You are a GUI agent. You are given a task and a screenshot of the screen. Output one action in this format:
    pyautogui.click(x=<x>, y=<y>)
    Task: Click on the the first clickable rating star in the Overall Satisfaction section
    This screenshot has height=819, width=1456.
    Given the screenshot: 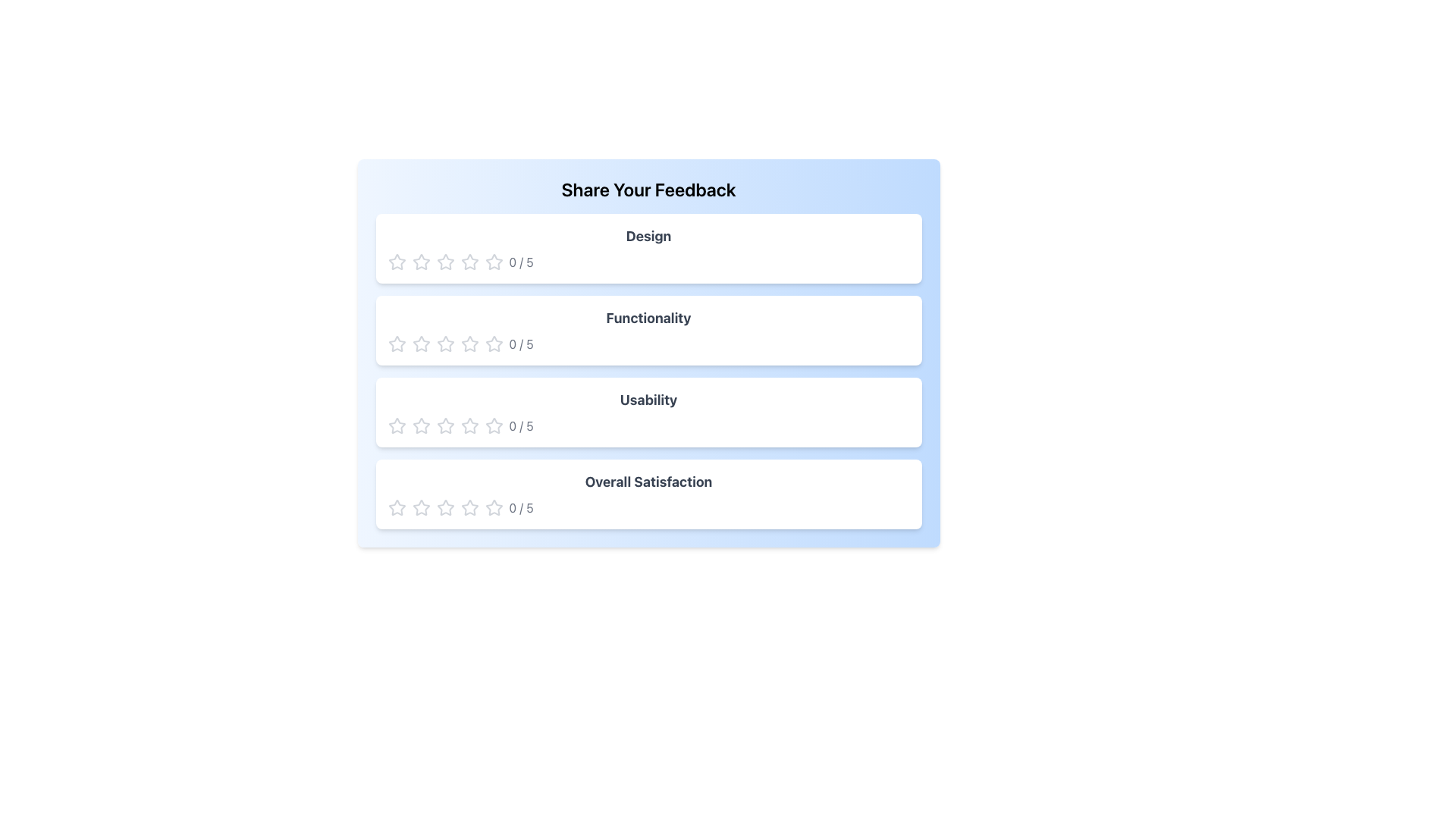 What is the action you would take?
    pyautogui.click(x=397, y=507)
    